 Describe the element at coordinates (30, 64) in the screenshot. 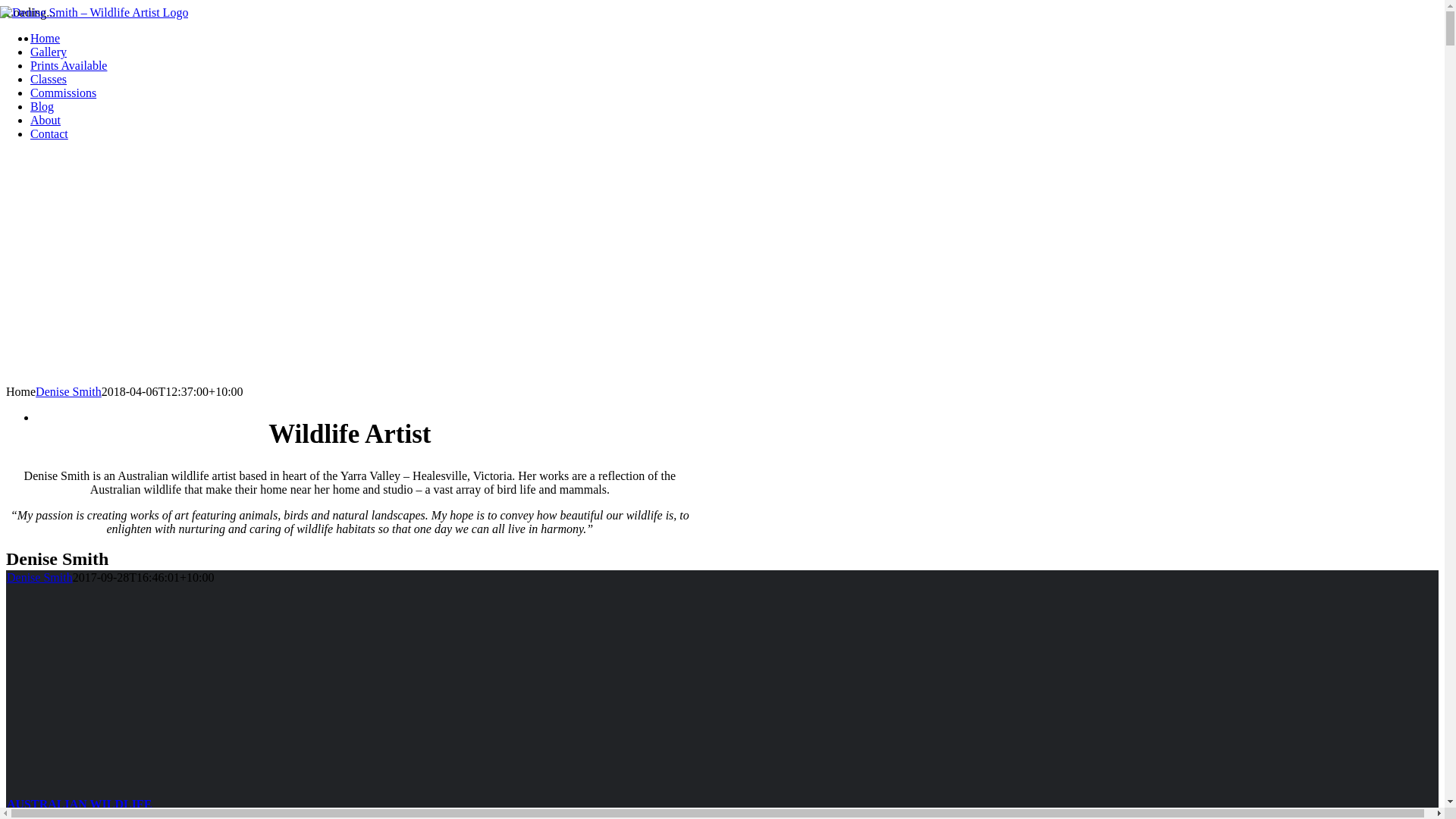

I see `'Prints Available'` at that location.